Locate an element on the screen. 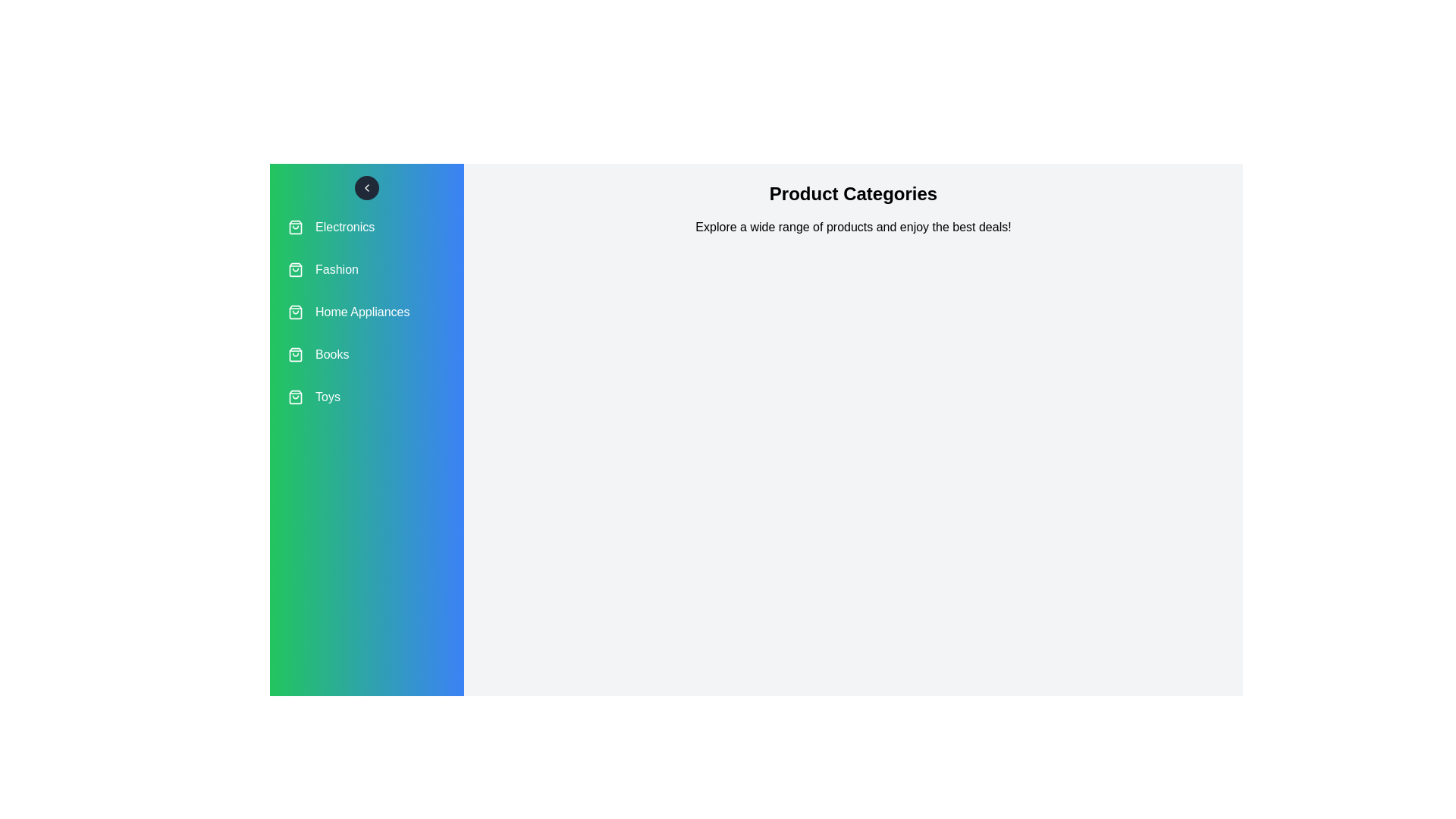 This screenshot has height=819, width=1456. the icon associated with the category Toys is located at coordinates (295, 397).